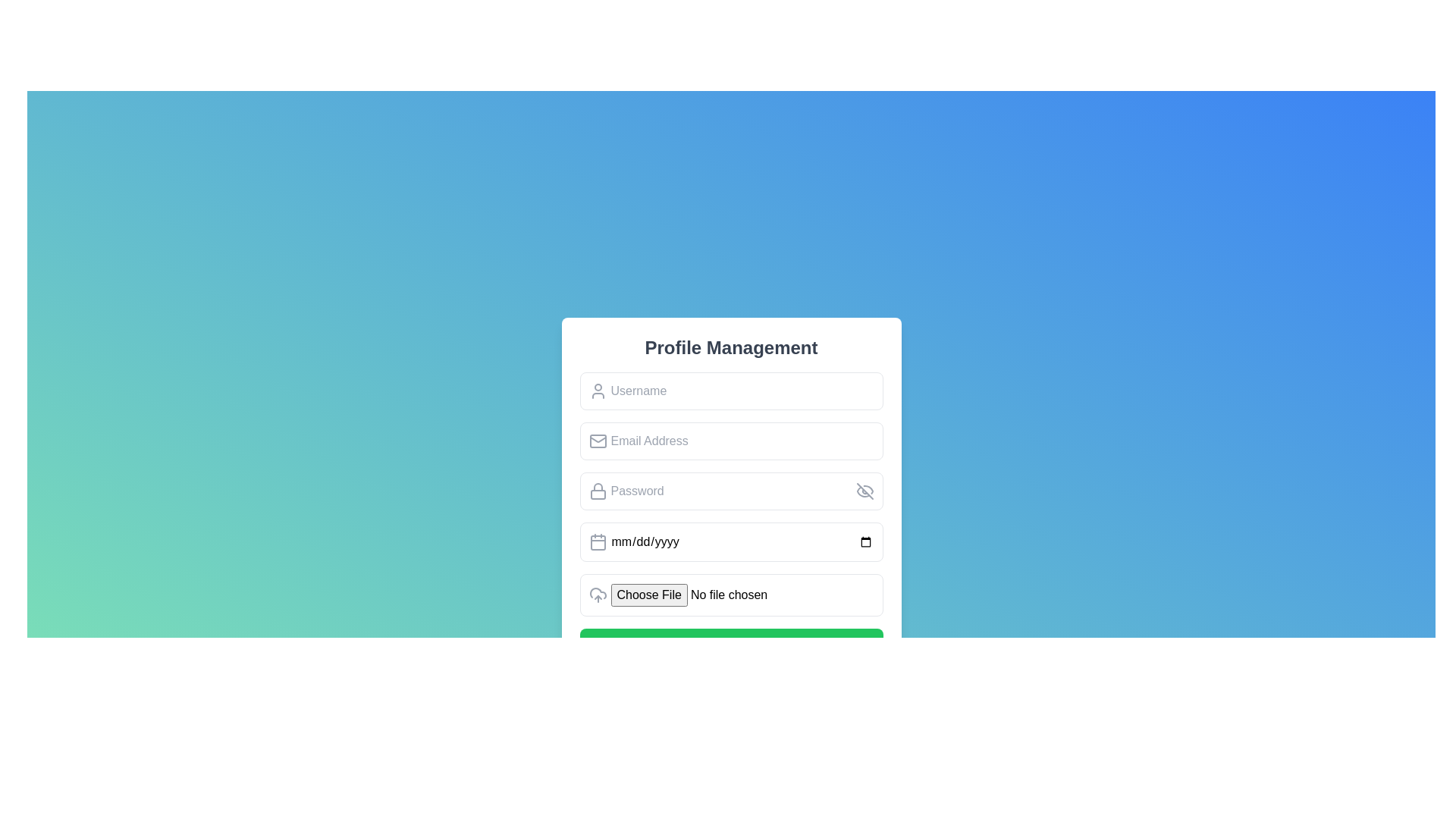 The height and width of the screenshot is (819, 1456). Describe the element at coordinates (731, 348) in the screenshot. I see `header text 'Profile Management' displayed prominently in large, bold font at the top of the panel` at that location.